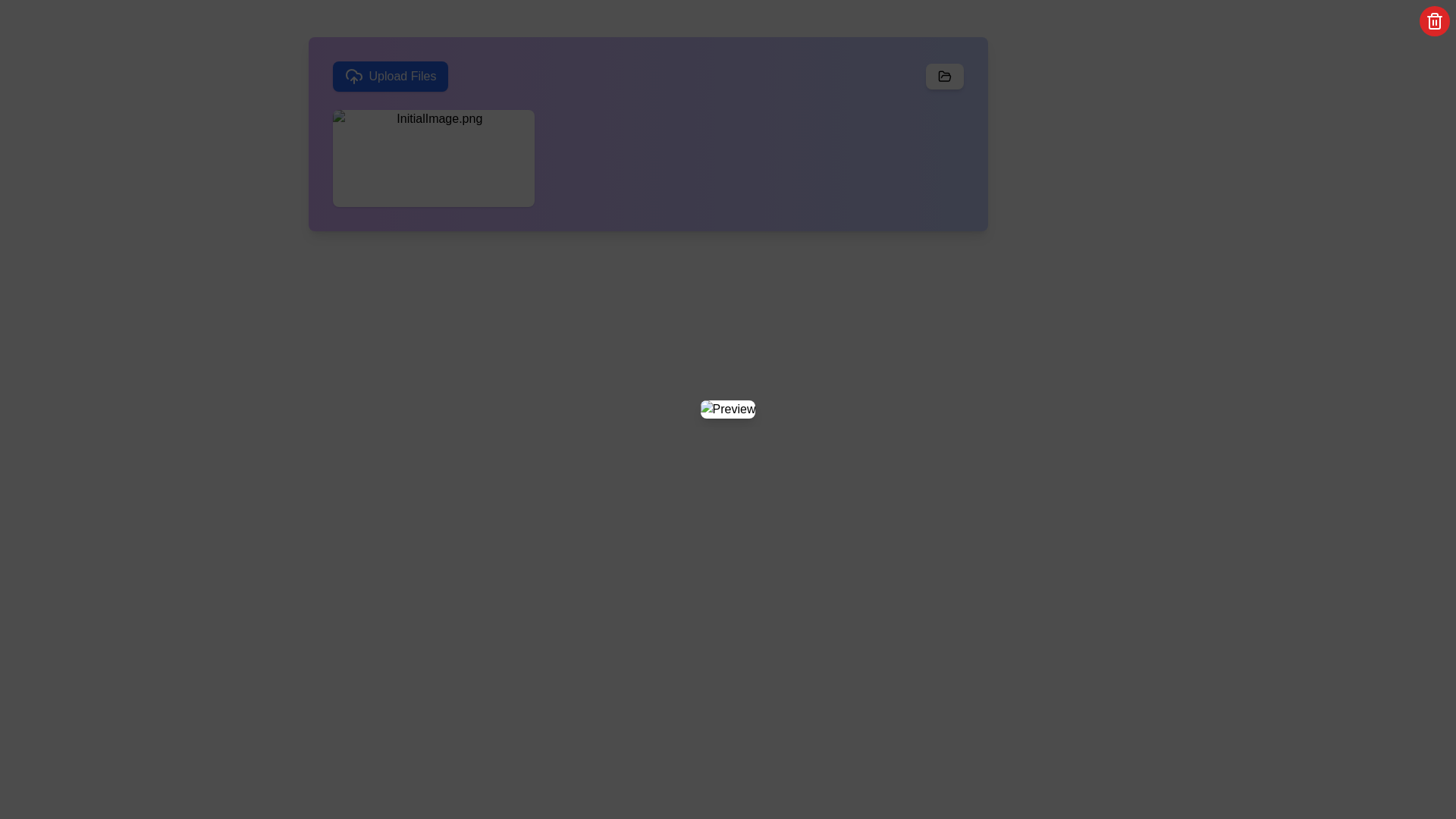 The width and height of the screenshot is (1456, 819). Describe the element at coordinates (353, 76) in the screenshot. I see `the cloud upload icon, which is a minimalistic outline with an upward arrow, located to the left of the 'Upload Files' button` at that location.